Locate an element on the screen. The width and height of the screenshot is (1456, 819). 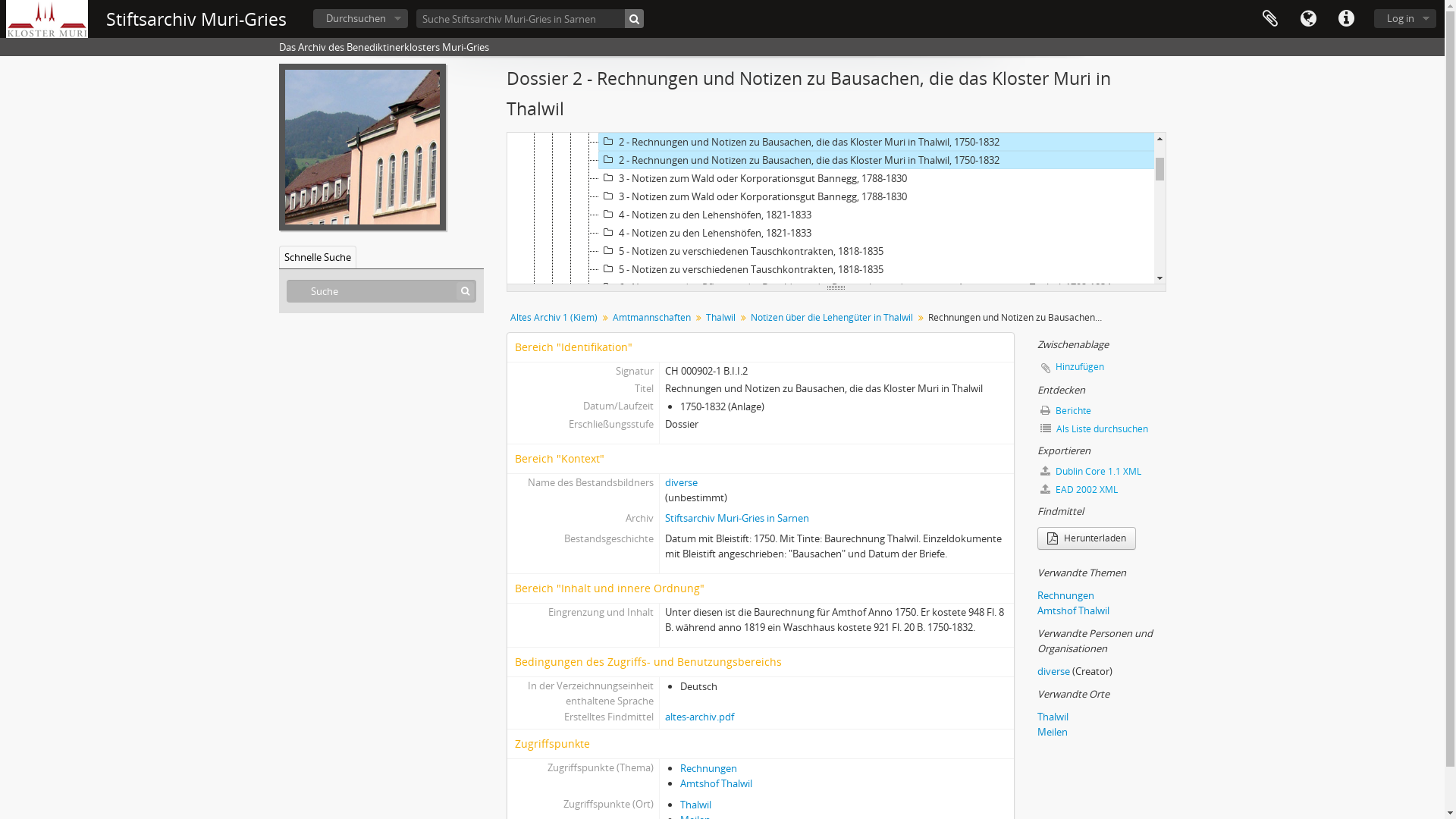
'Herunterladen' is located at coordinates (1086, 537).